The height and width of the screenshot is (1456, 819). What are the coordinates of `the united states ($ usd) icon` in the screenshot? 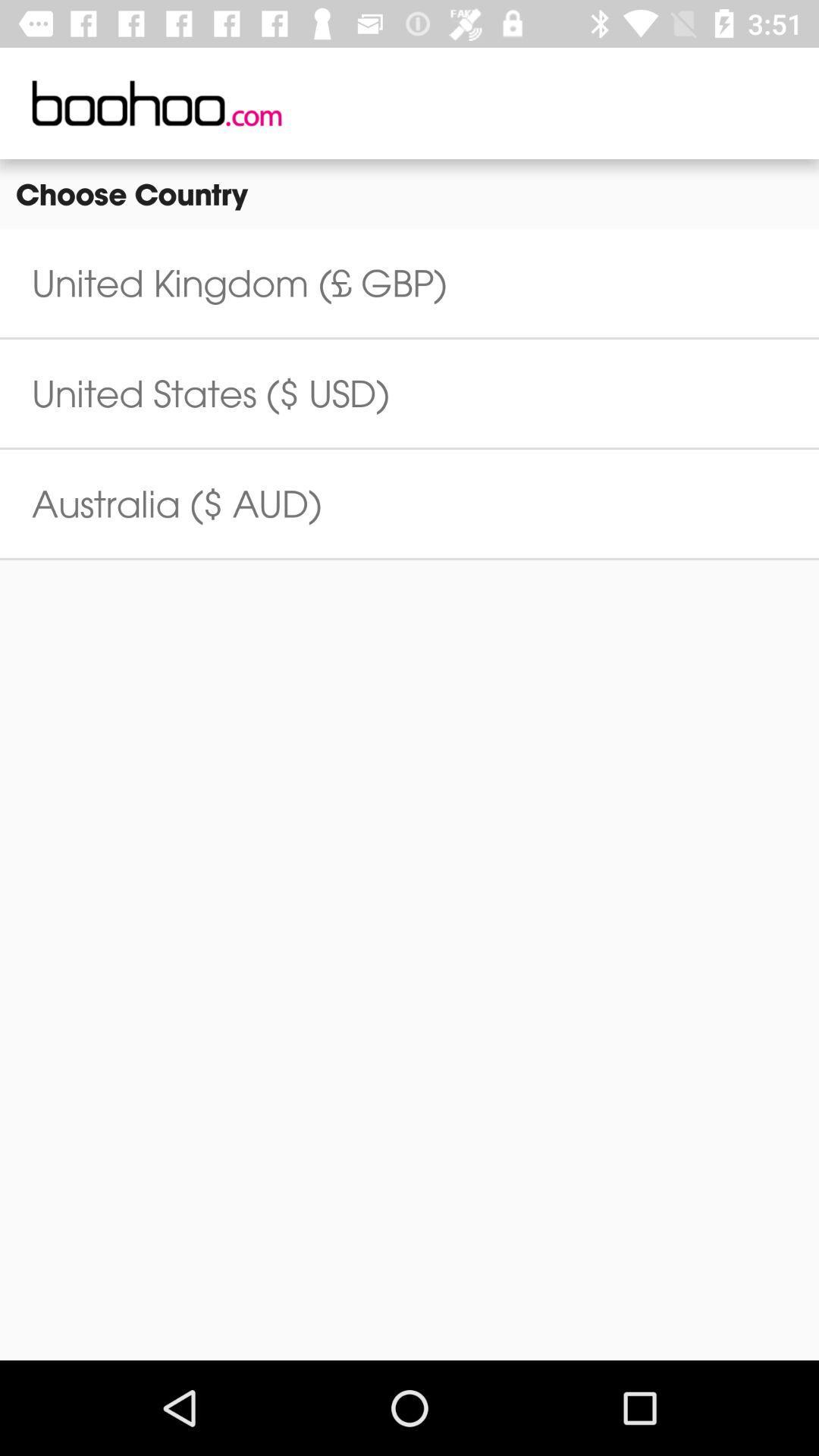 It's located at (210, 393).